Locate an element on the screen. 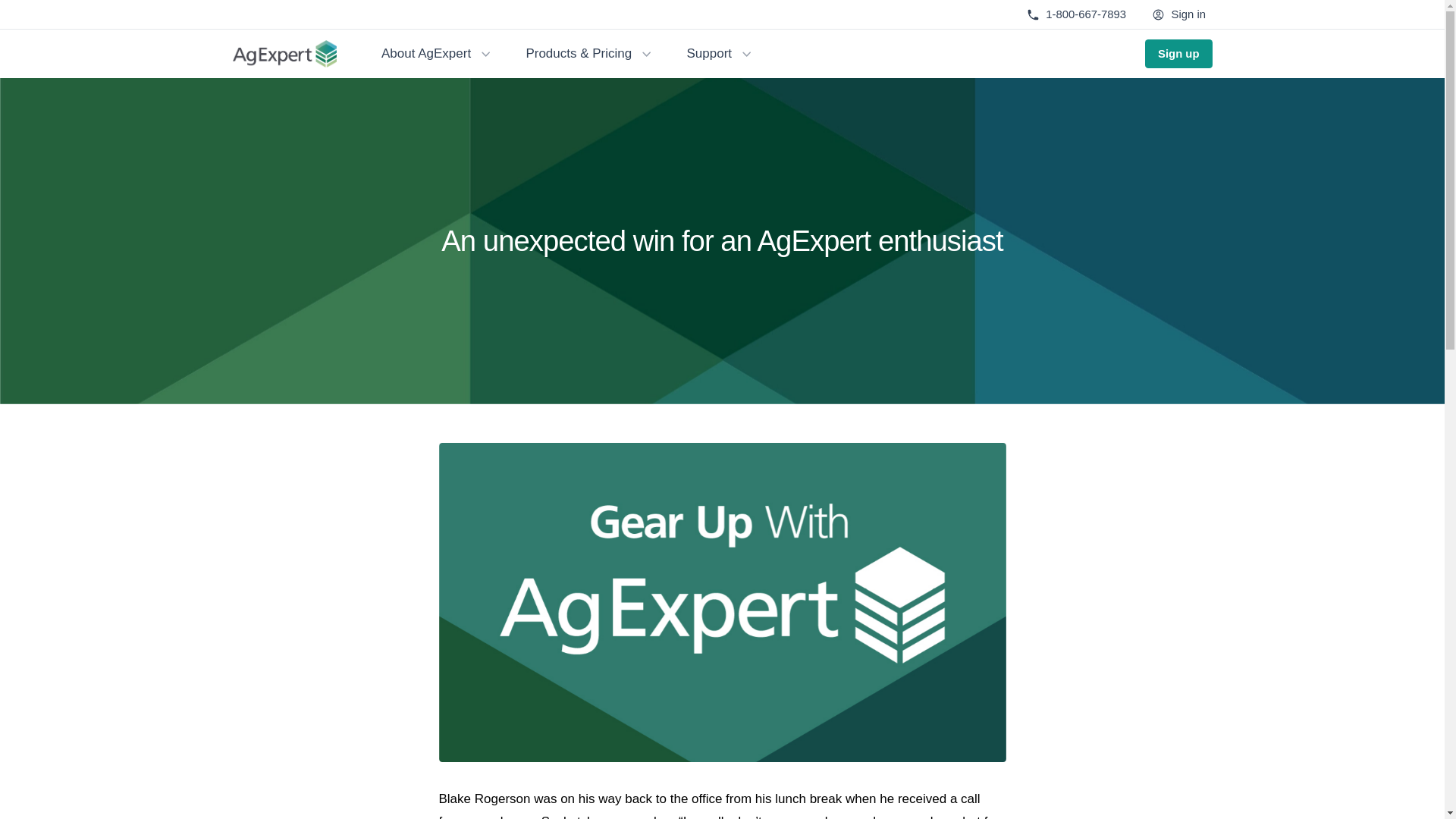 This screenshot has height=819, width=1456. 'Sign up' is located at coordinates (1145, 52).